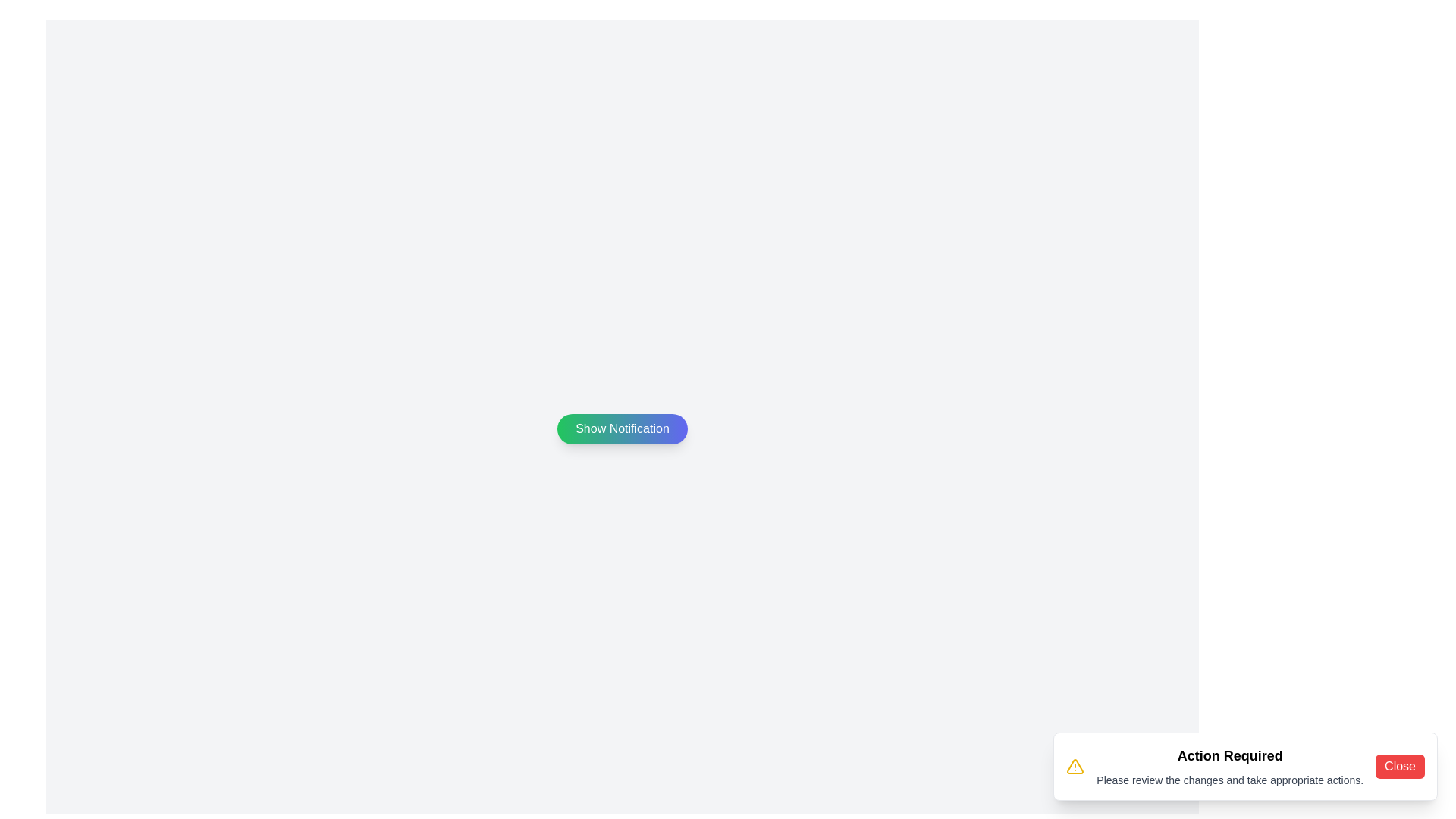  I want to click on the 'Close' button to hide the notification, so click(1399, 766).